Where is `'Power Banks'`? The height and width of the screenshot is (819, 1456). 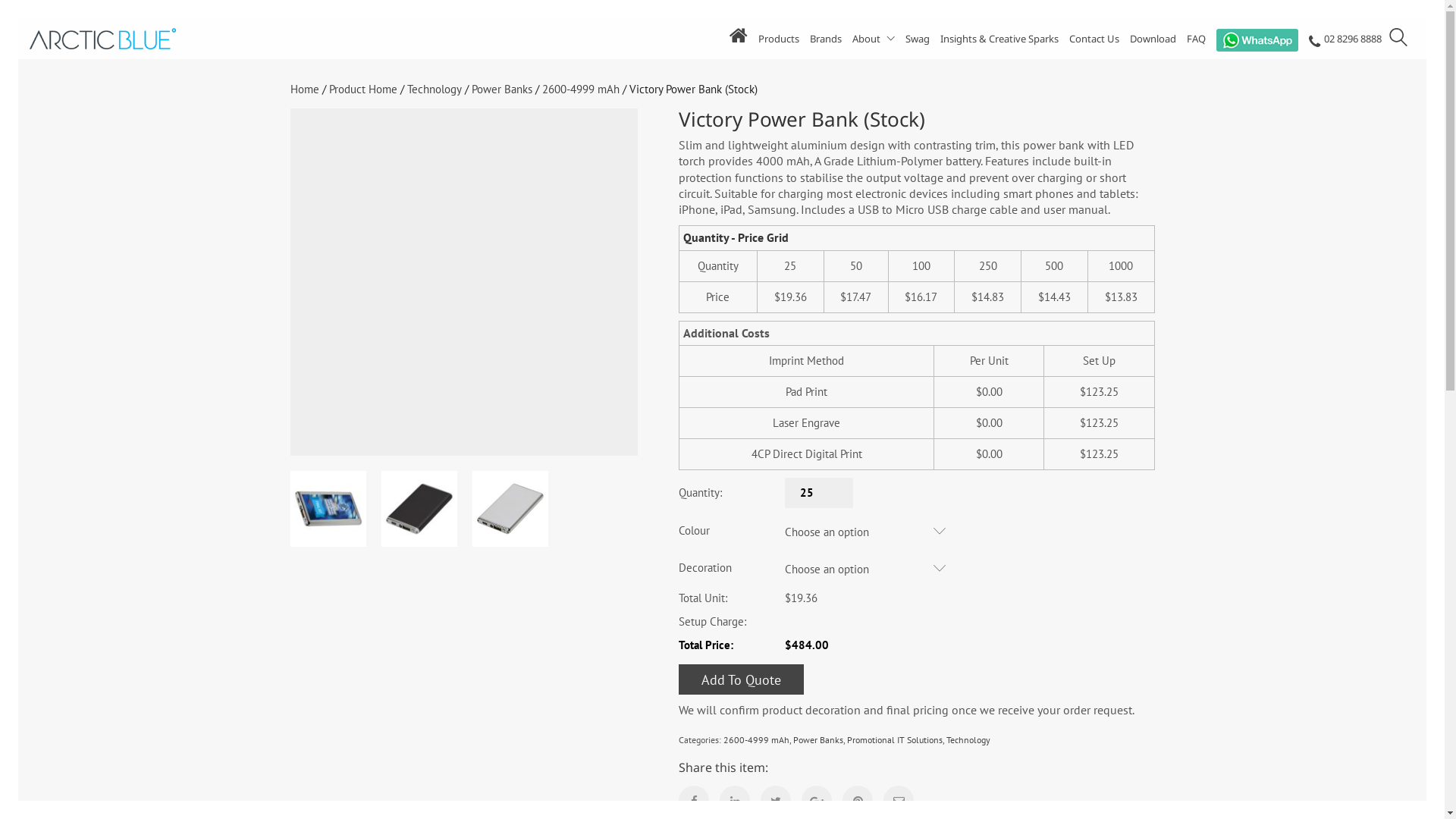
'Power Banks' is located at coordinates (792, 739).